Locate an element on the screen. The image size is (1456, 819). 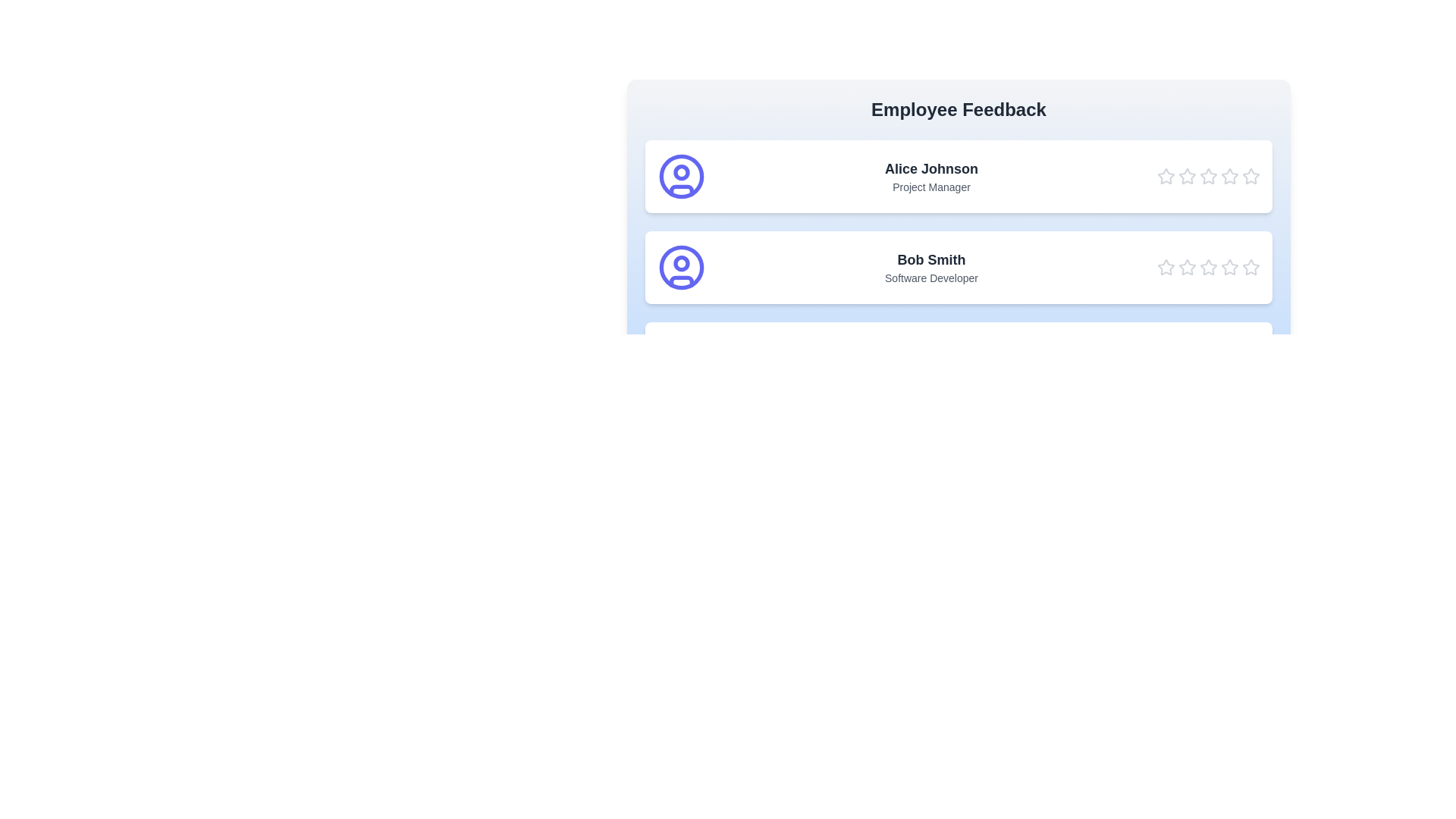
the star corresponding to 5 stars for the employee Bob Smith is located at coordinates (1251, 267).